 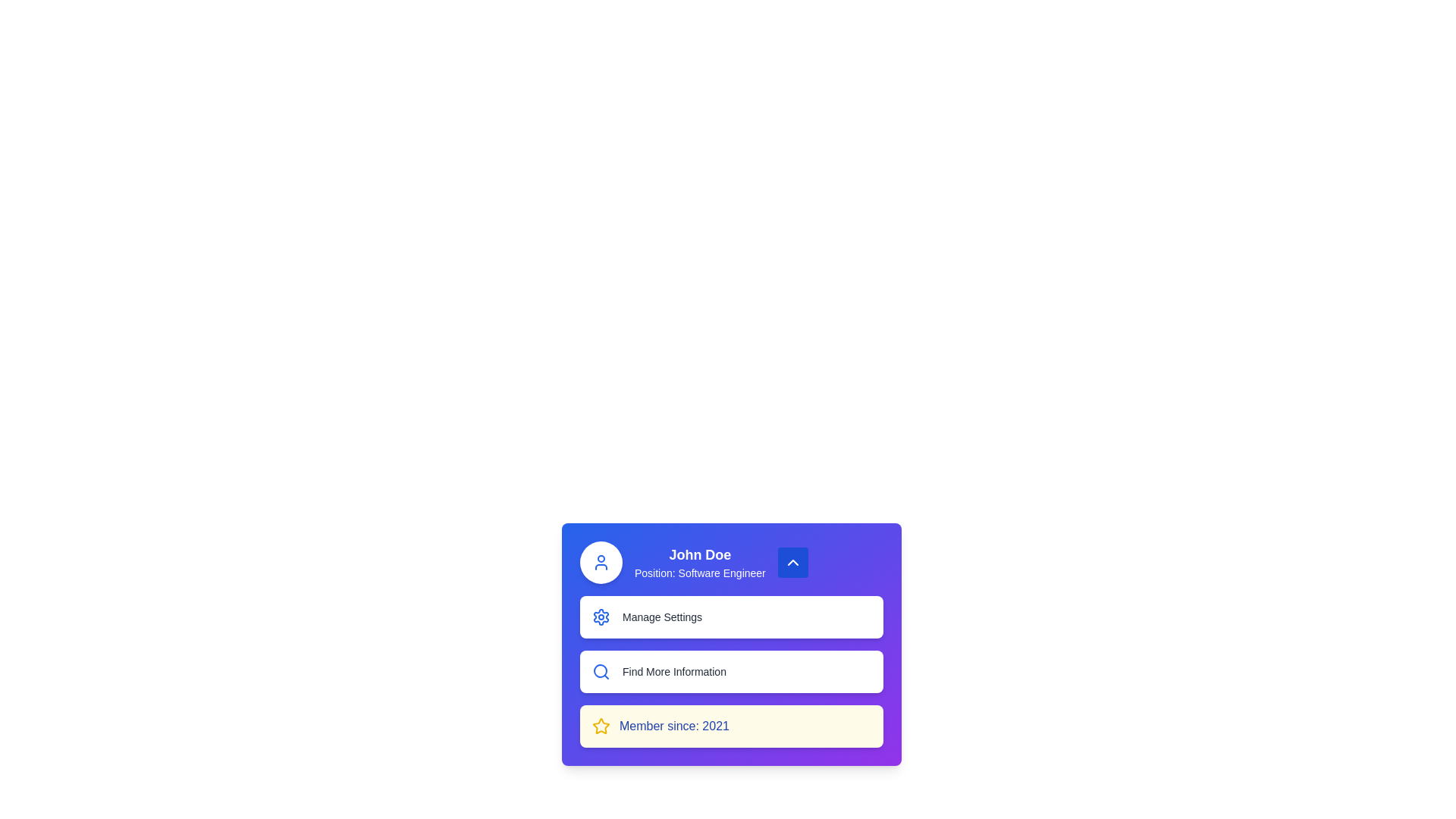 What do you see at coordinates (600, 670) in the screenshot?
I see `the circular graphic in the SVG icon representing a magnifying glass, which has a blue outline and is positioned in the top-right corner of the interface` at bounding box center [600, 670].